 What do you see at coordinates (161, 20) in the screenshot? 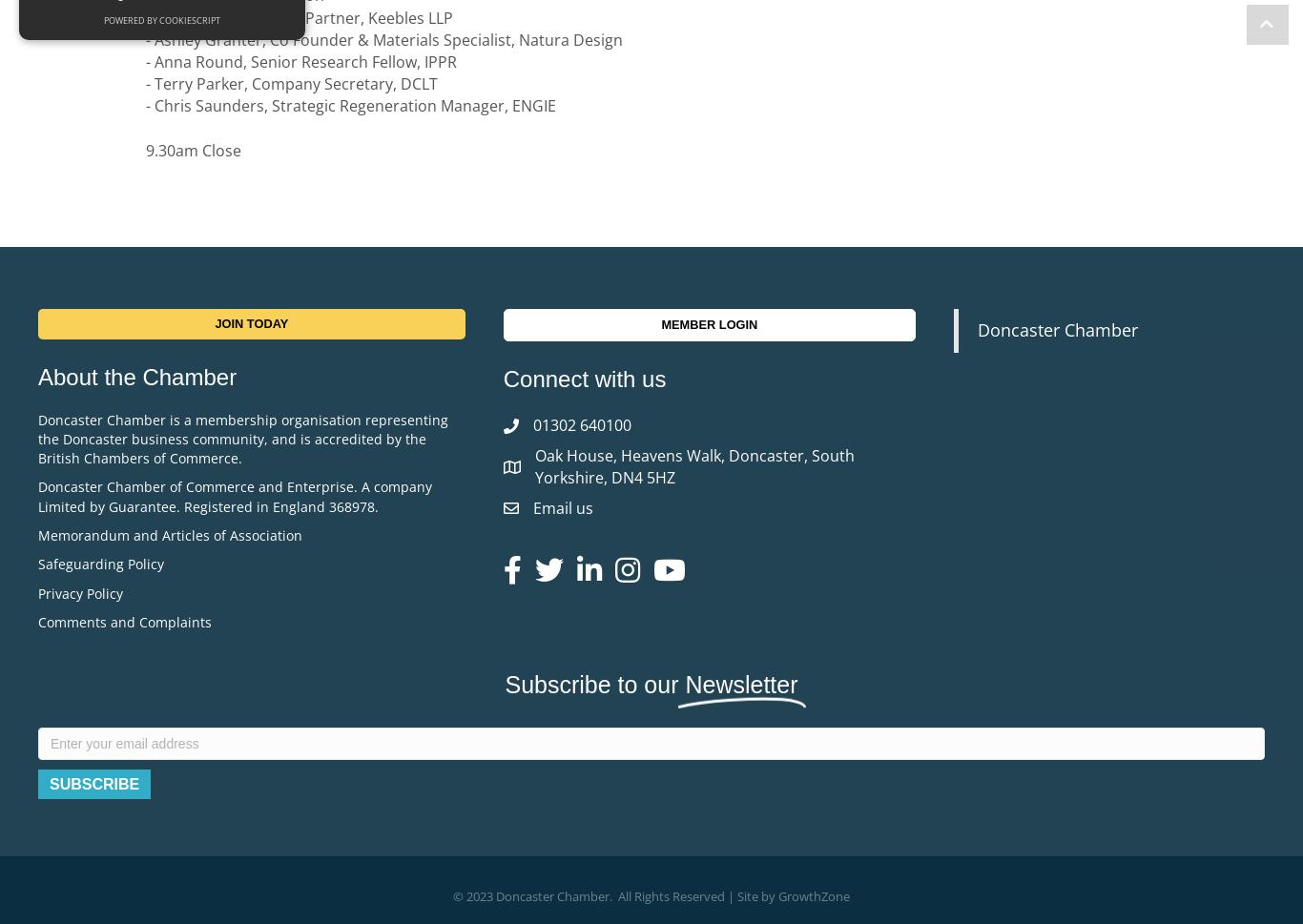
I see `'Powered by CookieScript'` at bounding box center [161, 20].